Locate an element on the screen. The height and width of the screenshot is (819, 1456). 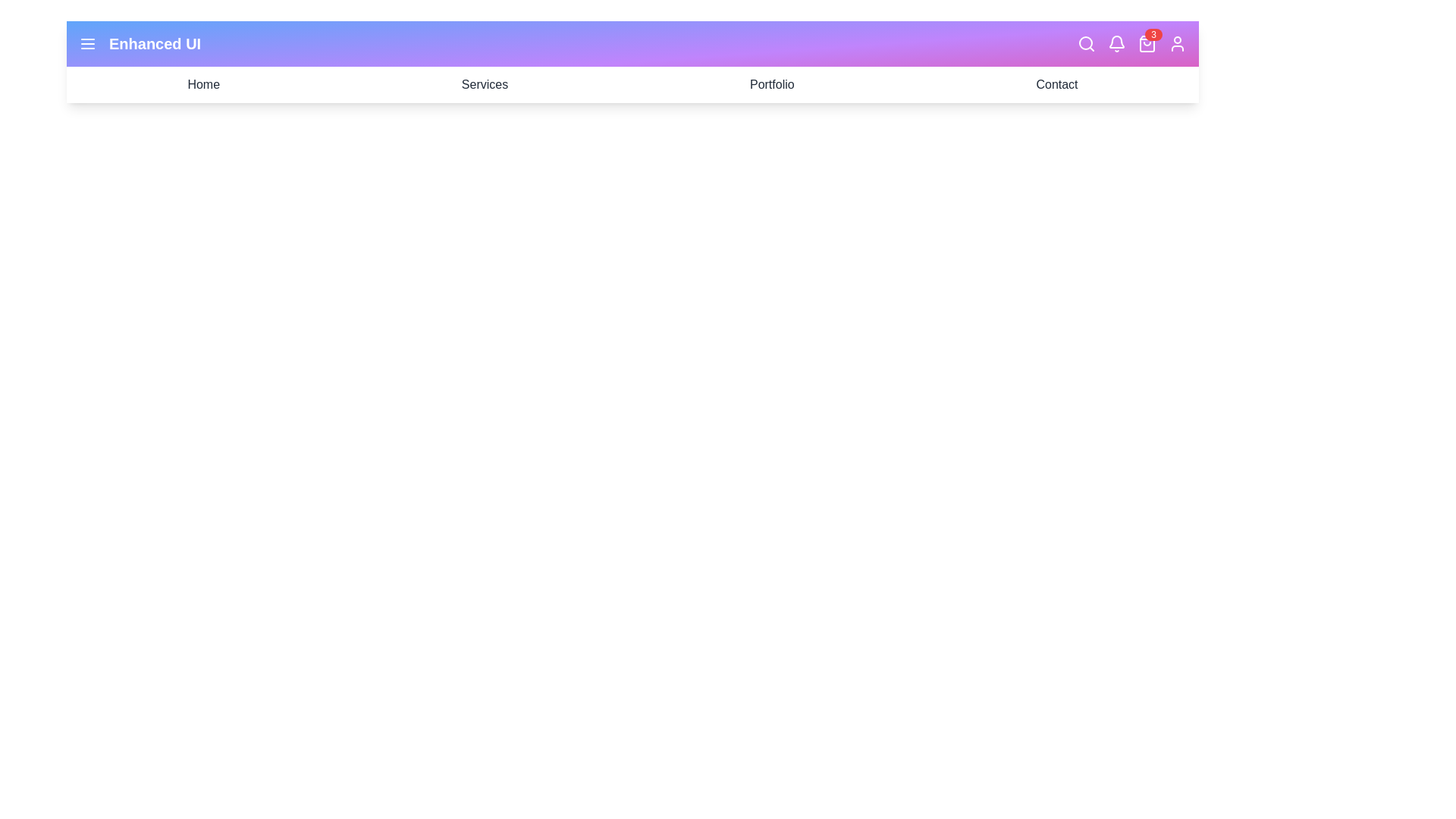
the search icon to initiate a search is located at coordinates (1086, 42).